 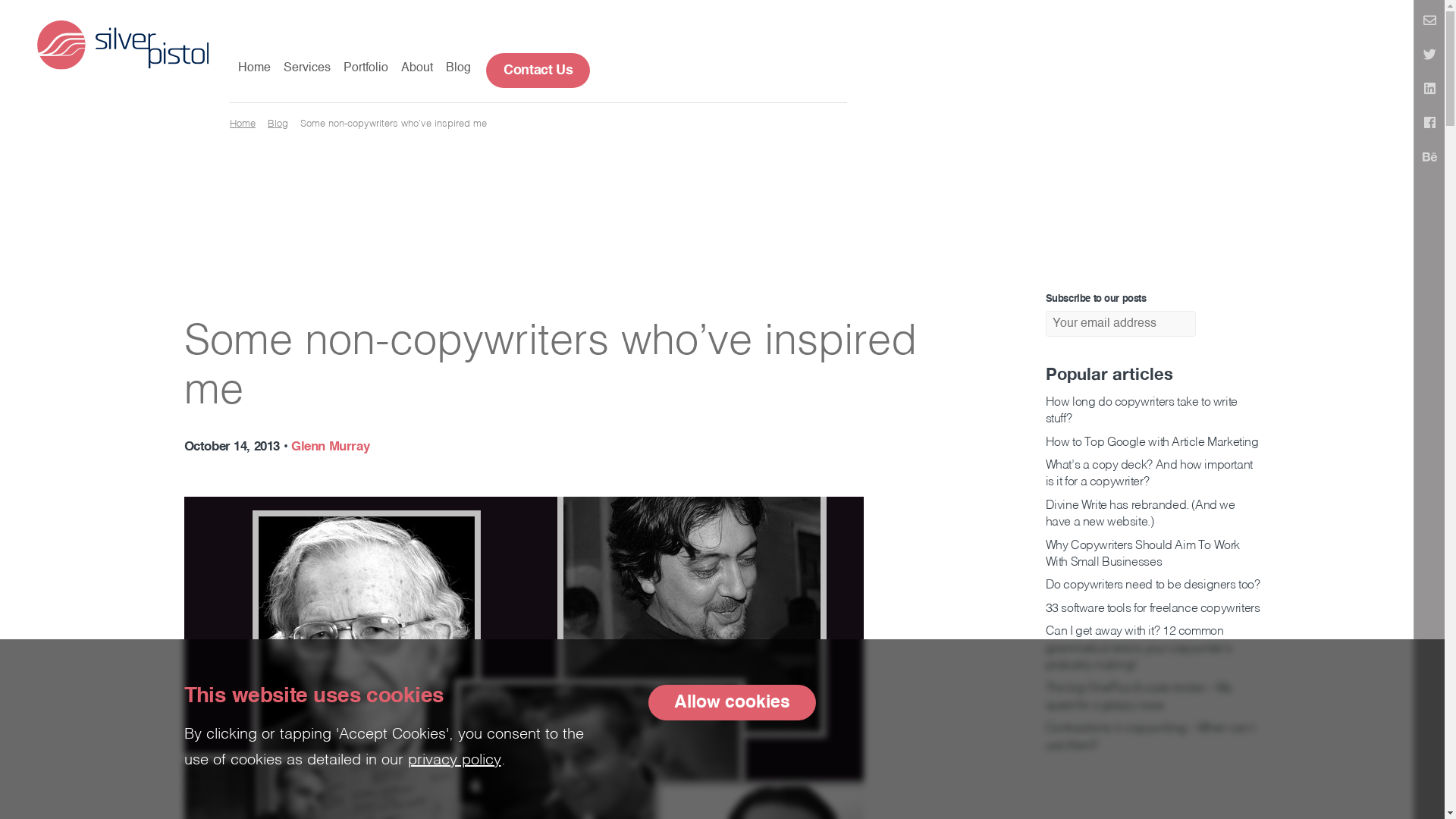 What do you see at coordinates (284, 69) in the screenshot?
I see `'Services'` at bounding box center [284, 69].